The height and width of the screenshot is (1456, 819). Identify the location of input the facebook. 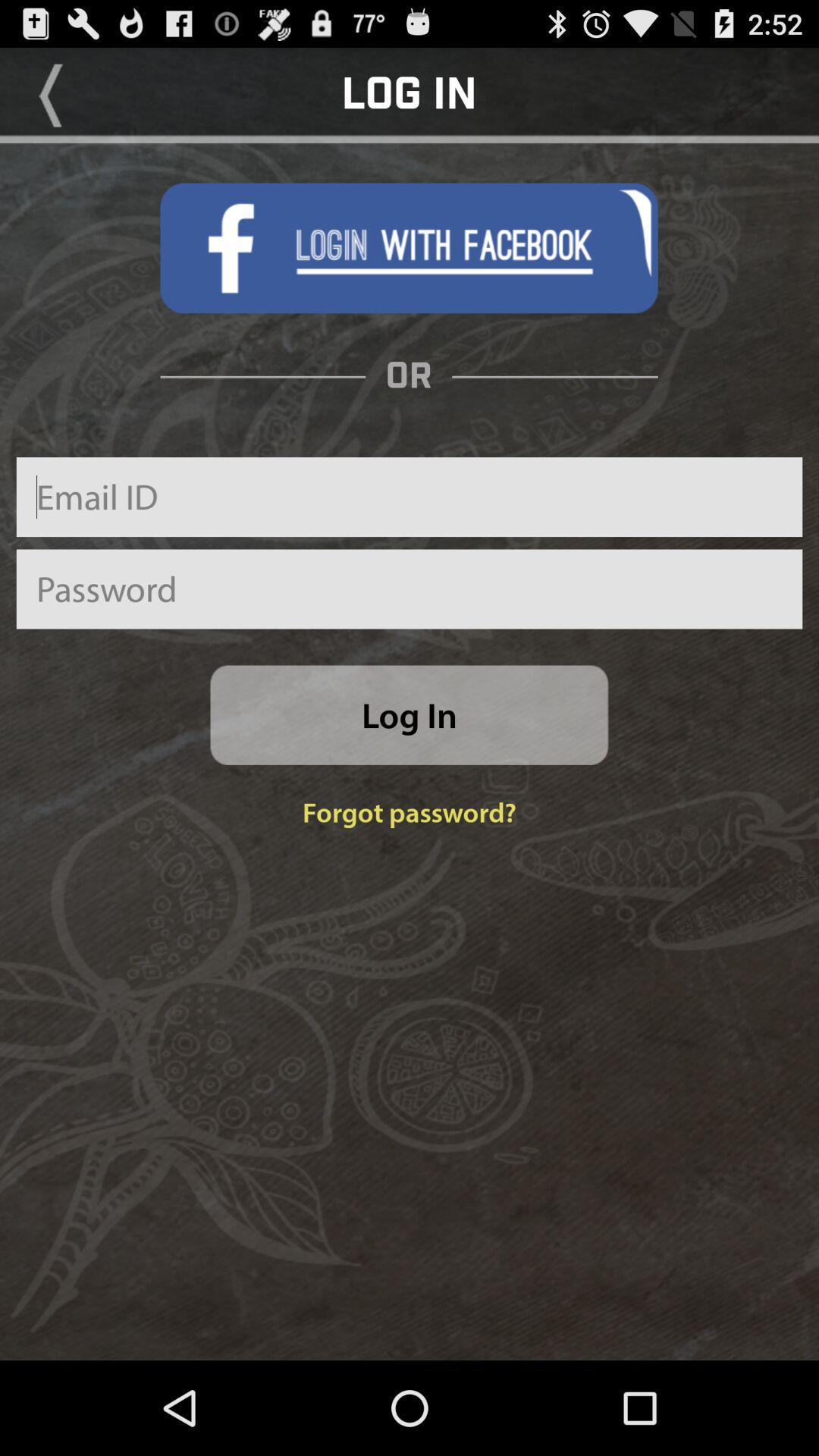
(408, 248).